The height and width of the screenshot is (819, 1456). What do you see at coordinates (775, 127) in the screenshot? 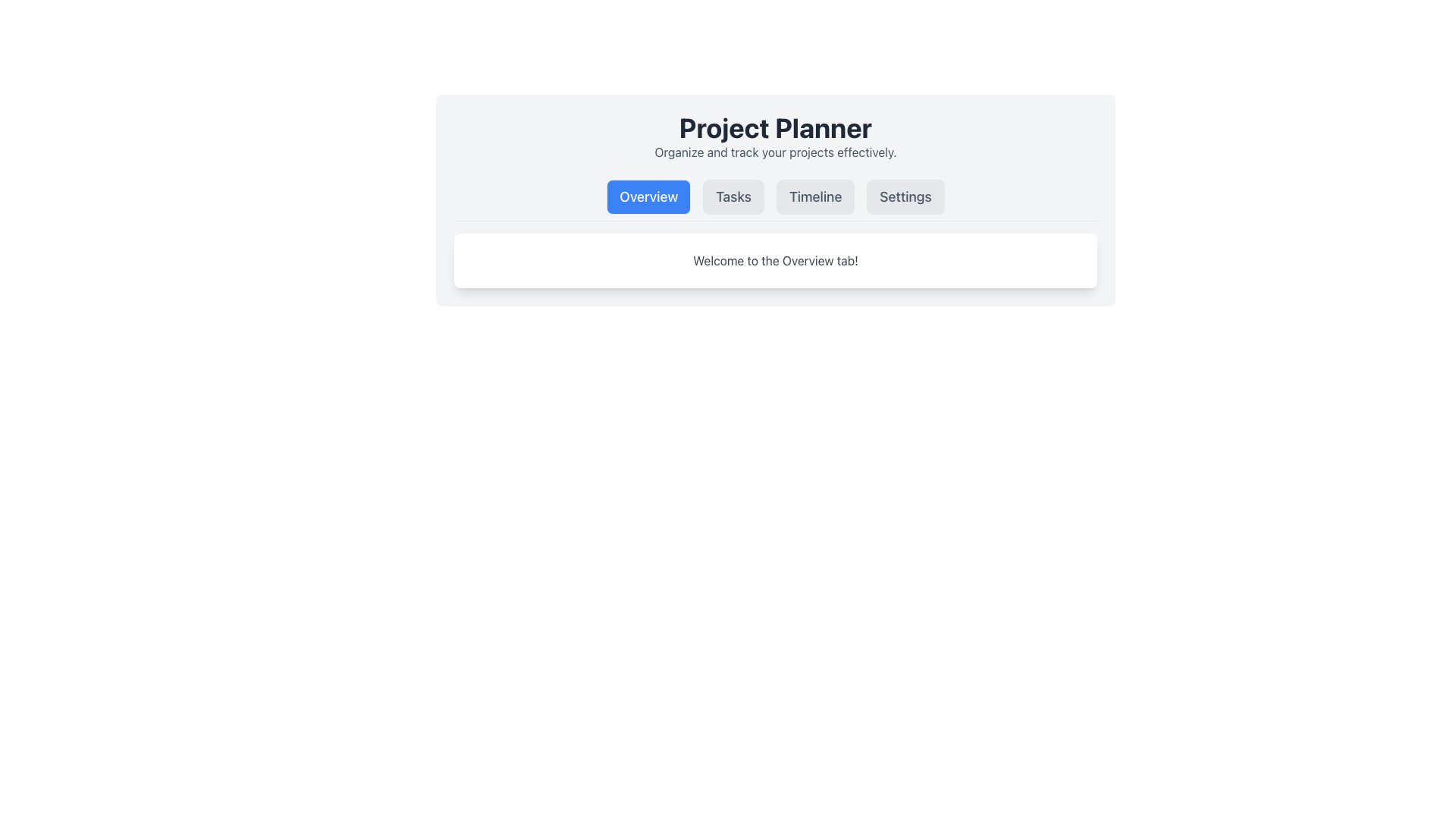
I see `the 'Project Planner' text label, which serves as the title or header for the webpage or section, prominently displayed above the line 'Organize and track your projects effectively.'` at bounding box center [775, 127].